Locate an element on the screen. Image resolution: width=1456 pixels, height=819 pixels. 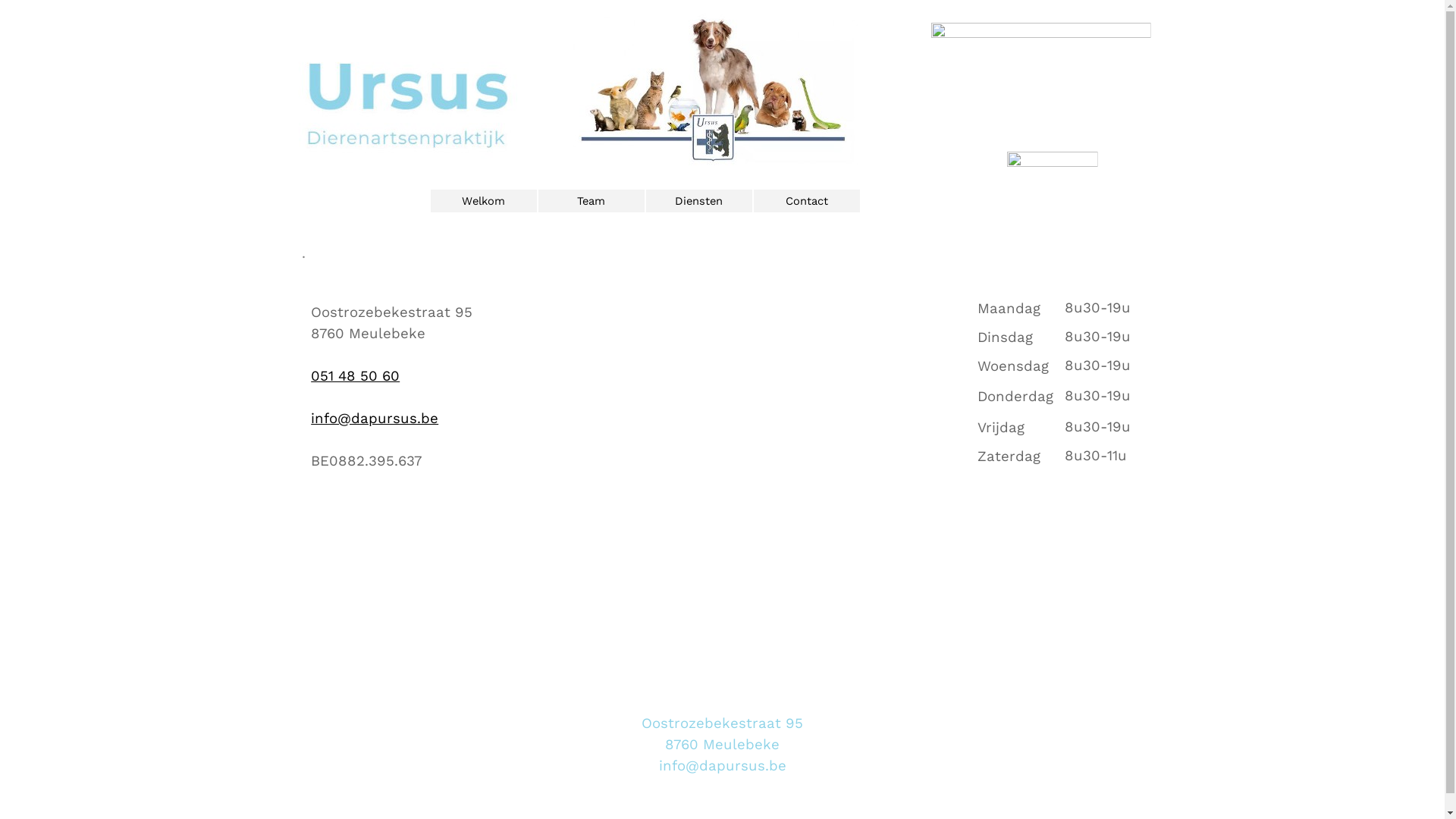
'051 48 50 60' is located at coordinates (354, 375).